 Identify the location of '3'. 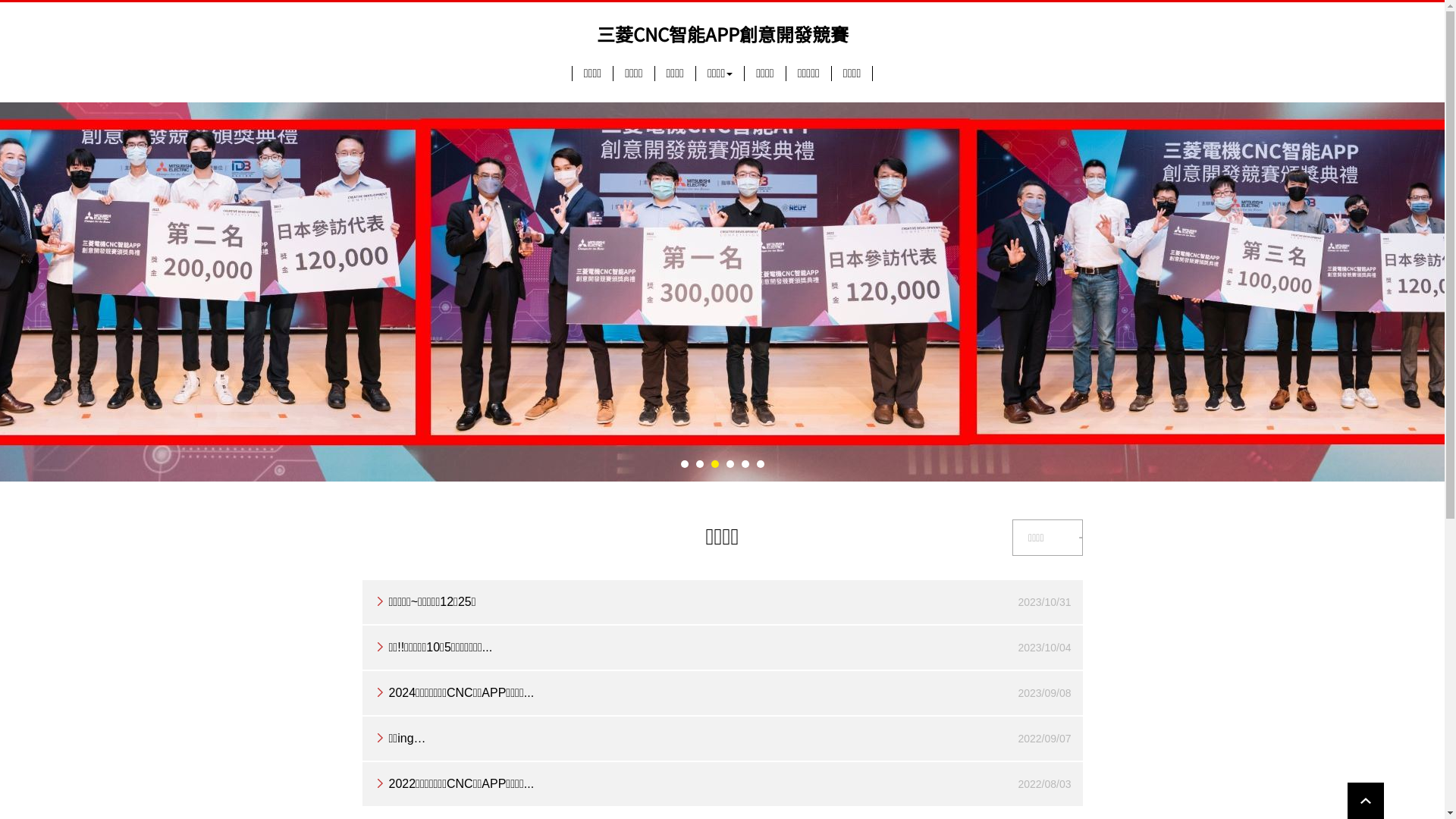
(714, 462).